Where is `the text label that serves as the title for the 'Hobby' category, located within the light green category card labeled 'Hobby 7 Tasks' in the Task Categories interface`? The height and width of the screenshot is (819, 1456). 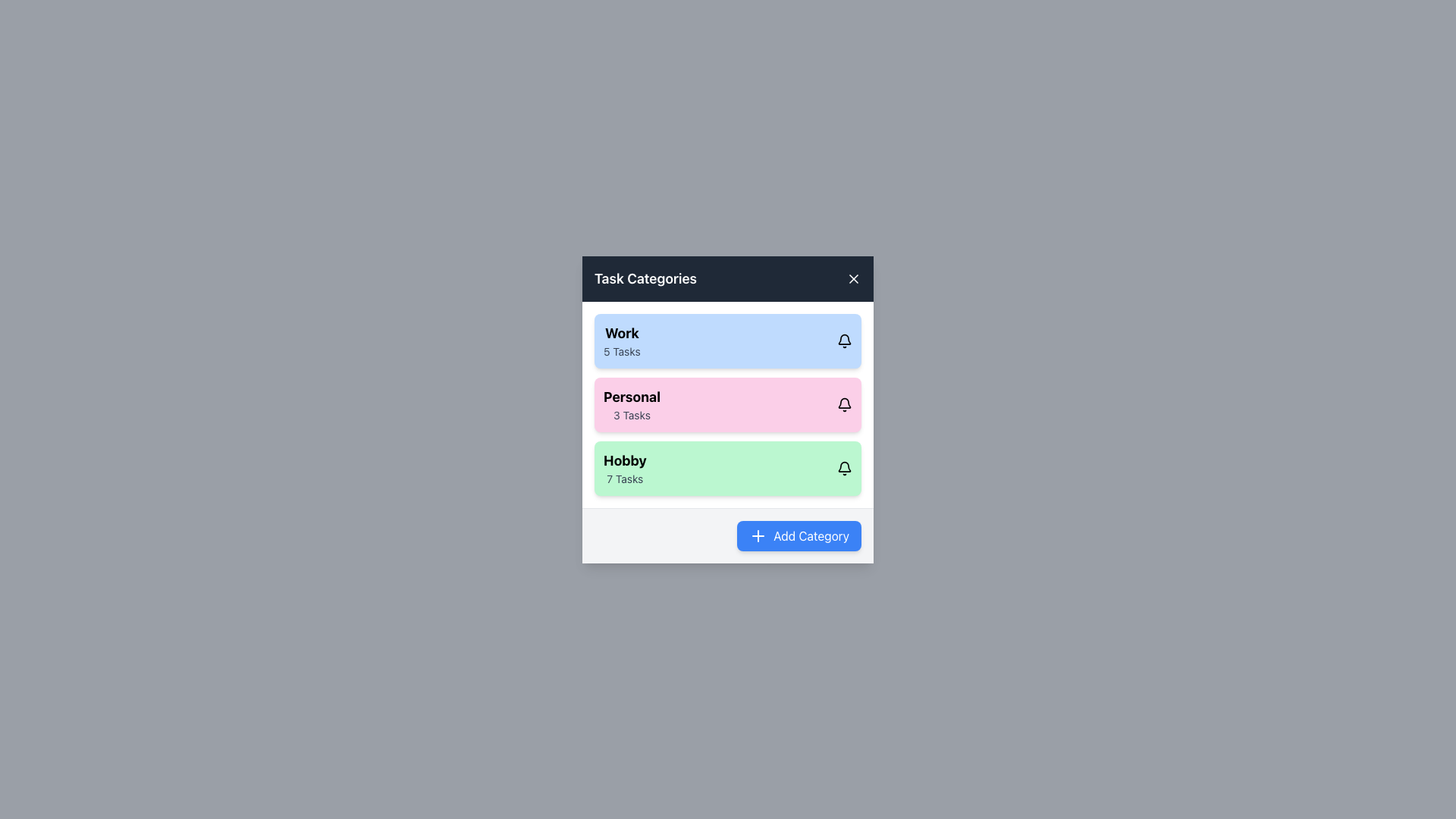
the text label that serves as the title for the 'Hobby' category, located within the light green category card labeled 'Hobby 7 Tasks' in the Task Categories interface is located at coordinates (625, 460).